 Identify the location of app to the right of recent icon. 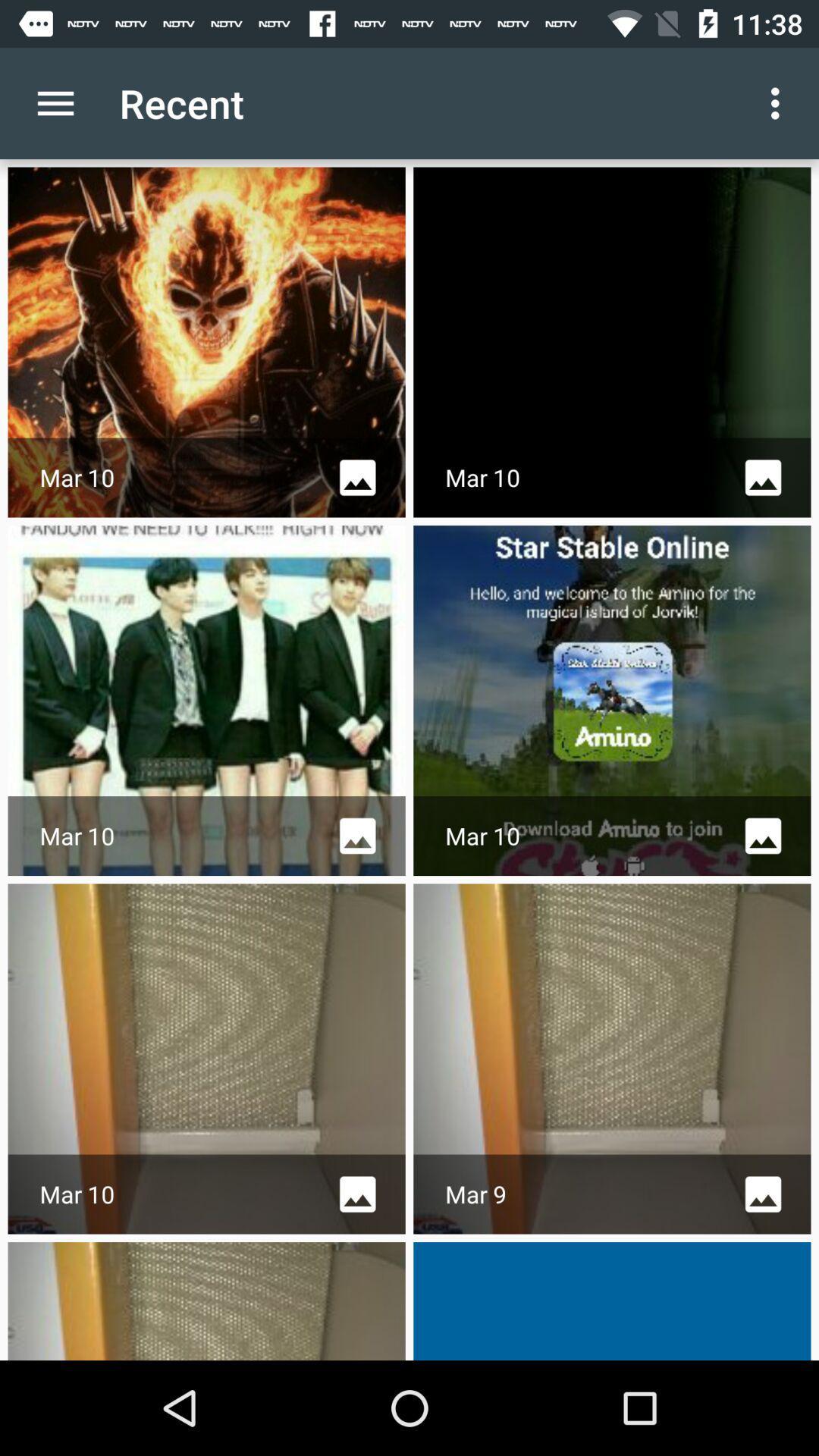
(779, 102).